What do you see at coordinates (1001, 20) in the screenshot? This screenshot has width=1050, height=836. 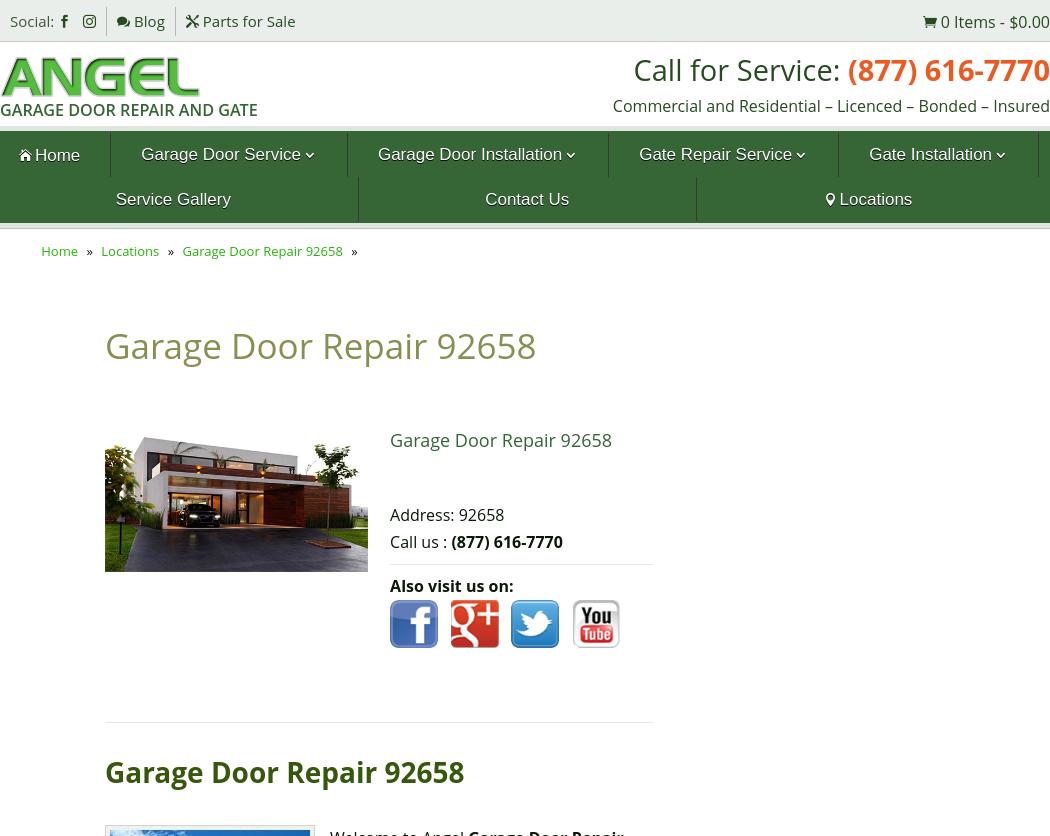 I see `'-'` at bounding box center [1001, 20].